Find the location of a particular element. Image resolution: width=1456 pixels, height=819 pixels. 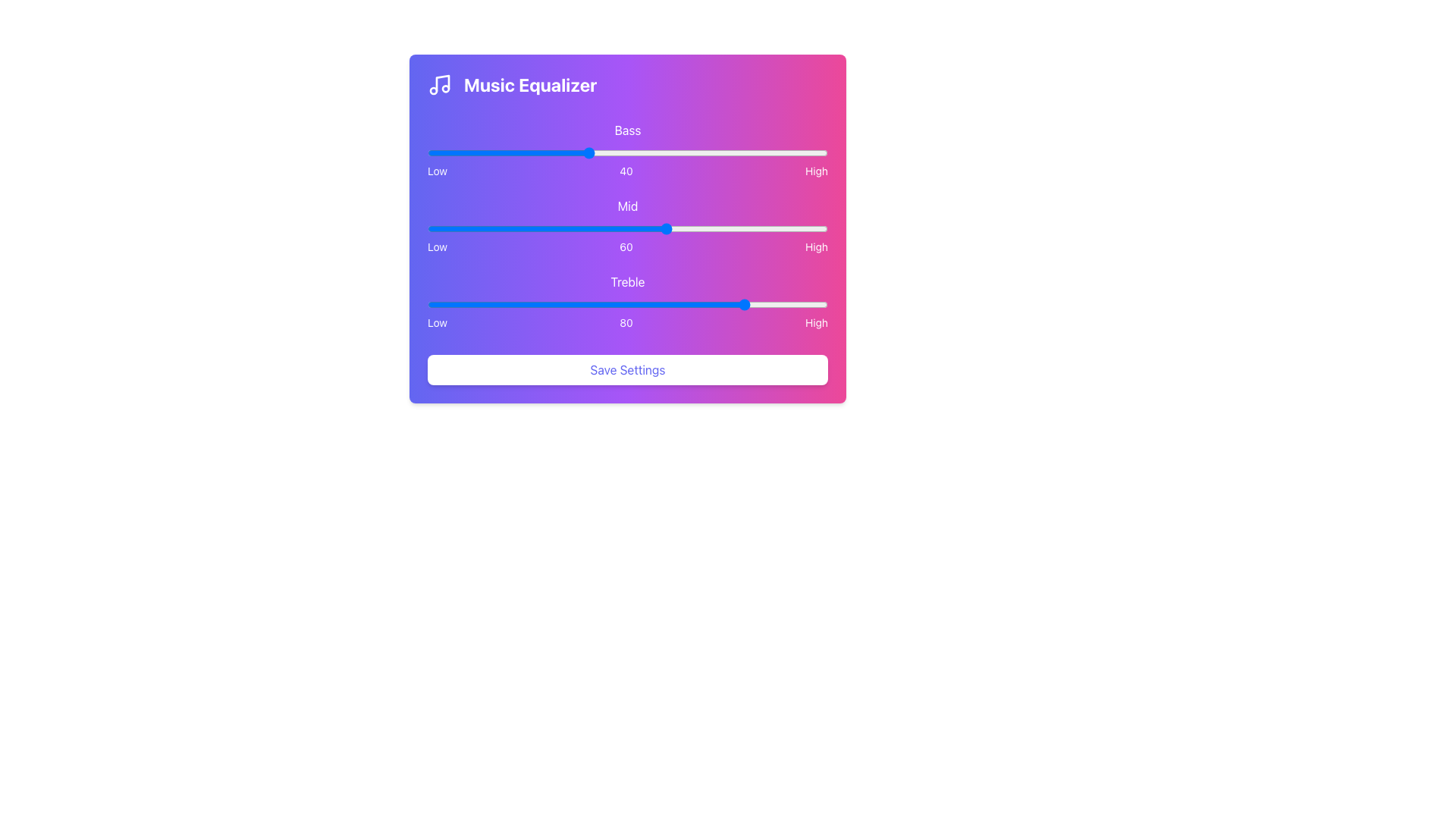

the 'Save Settings' button, which has a white background, rounded corners, and blue text is located at coordinates (628, 370).